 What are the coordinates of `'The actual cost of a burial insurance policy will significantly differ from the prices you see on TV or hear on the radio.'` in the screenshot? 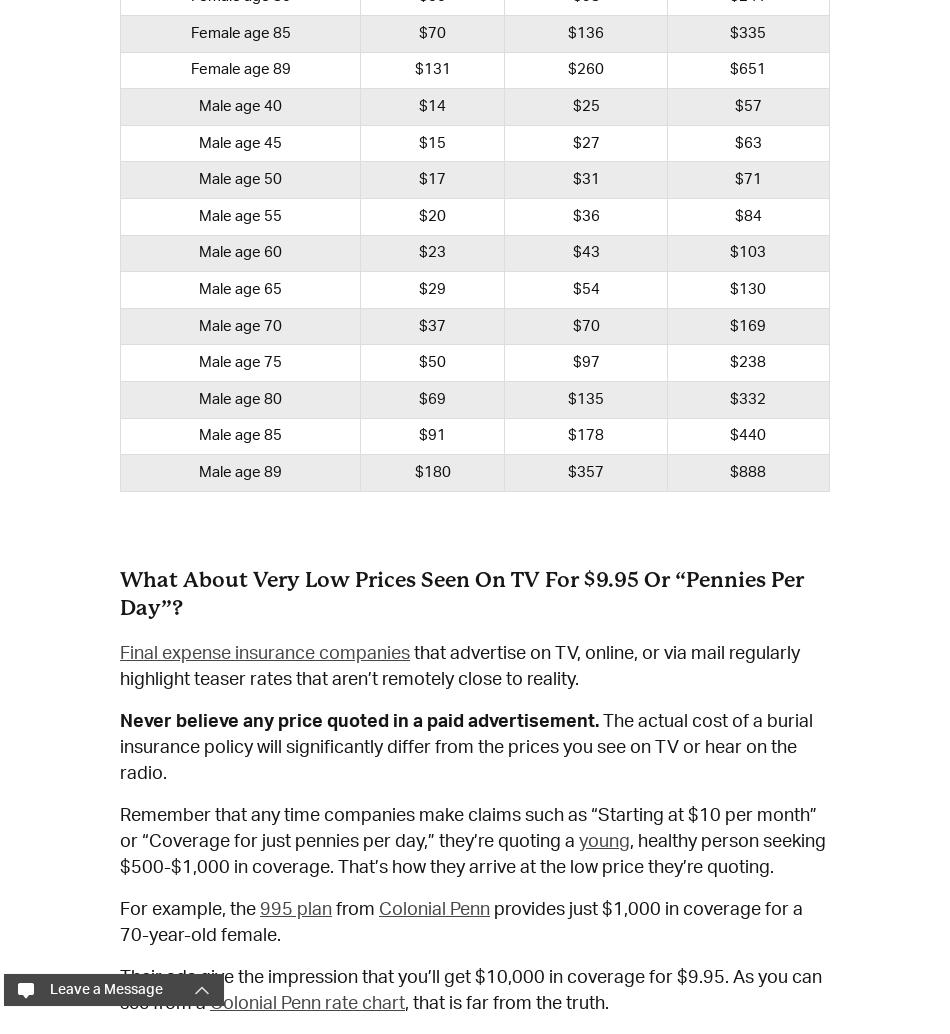 It's located at (119, 747).